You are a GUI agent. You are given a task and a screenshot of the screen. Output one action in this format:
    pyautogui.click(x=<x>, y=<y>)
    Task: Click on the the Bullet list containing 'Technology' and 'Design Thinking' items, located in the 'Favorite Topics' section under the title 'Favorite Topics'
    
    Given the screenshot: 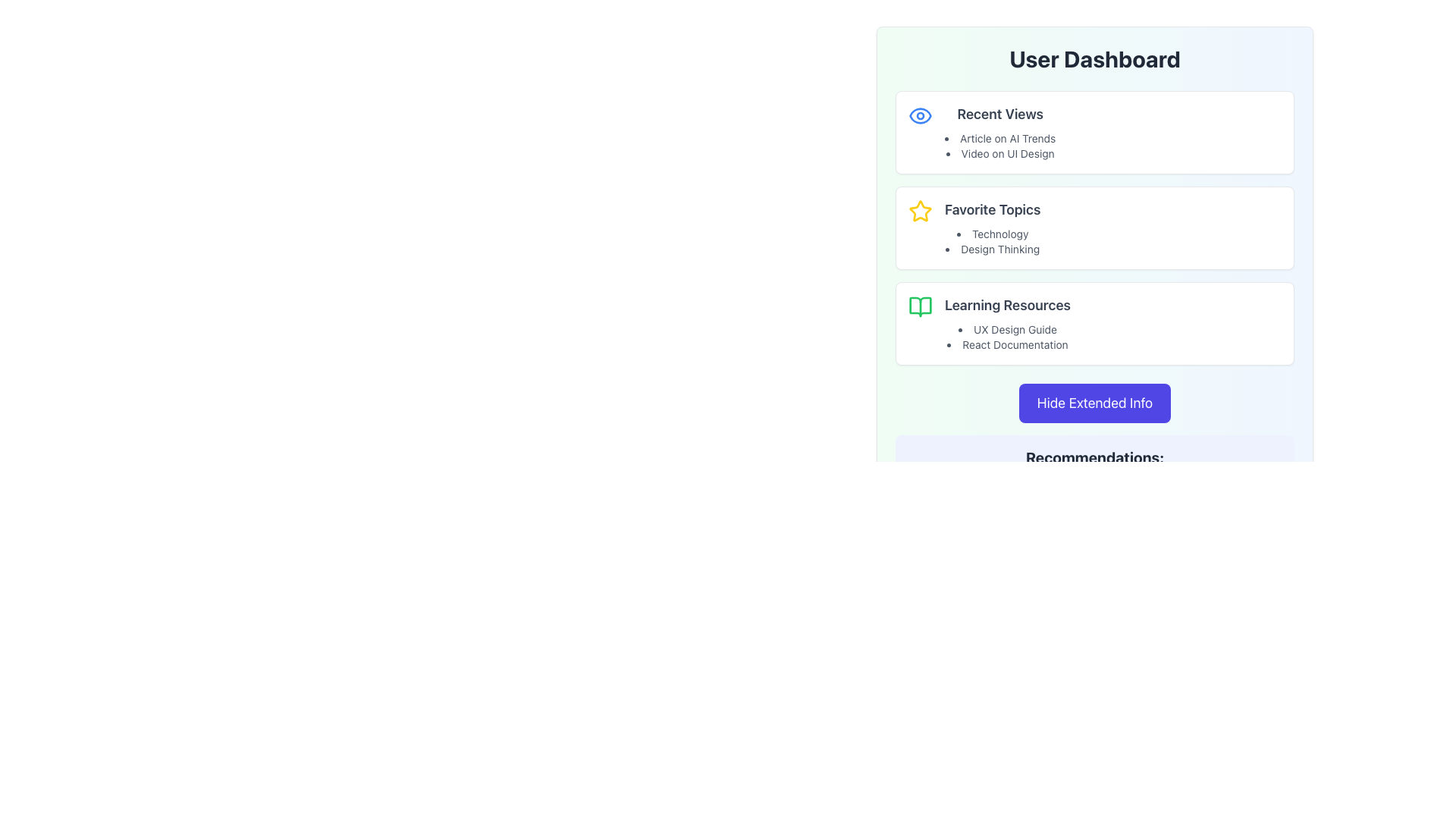 What is the action you would take?
    pyautogui.click(x=993, y=241)
    